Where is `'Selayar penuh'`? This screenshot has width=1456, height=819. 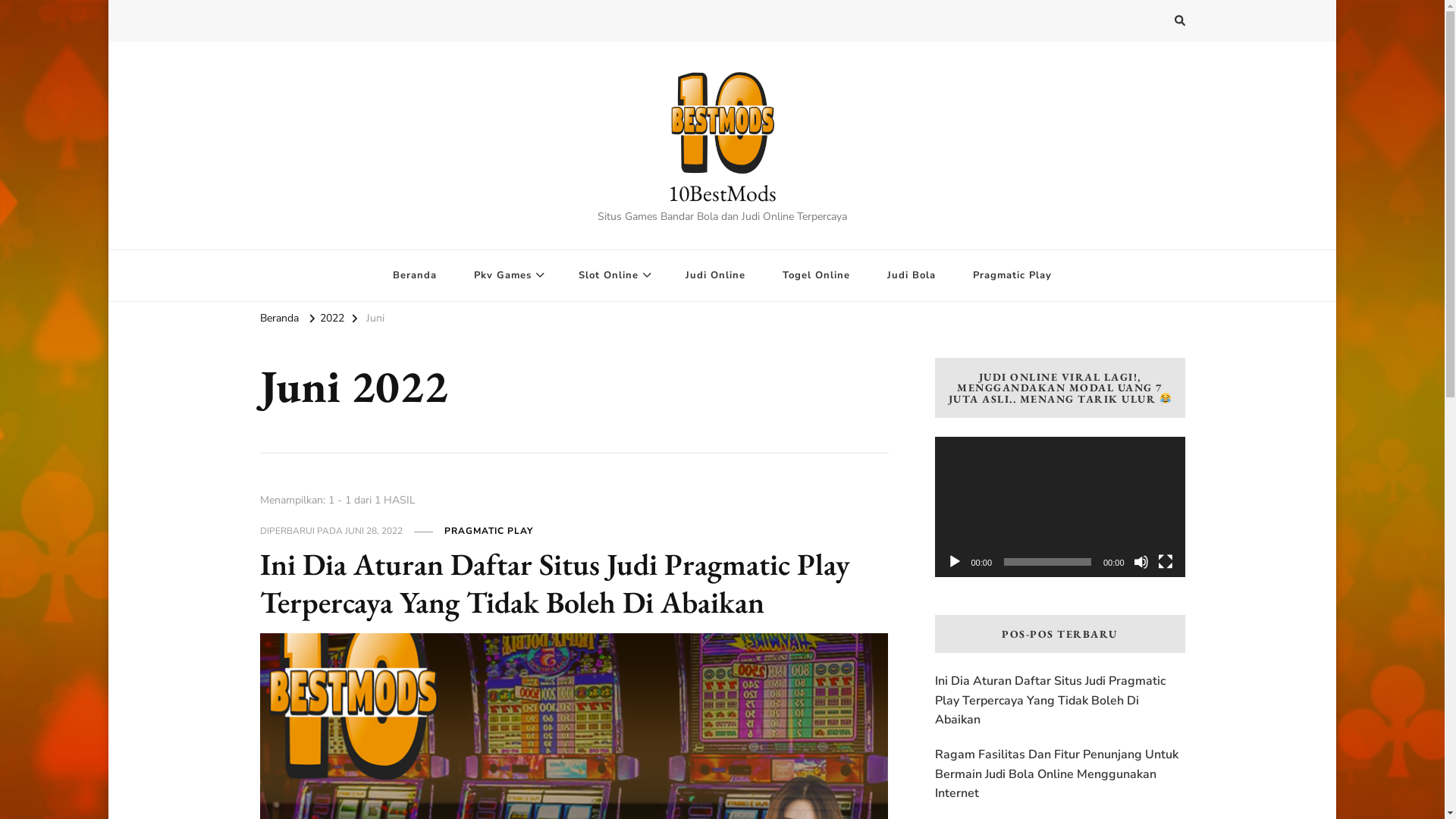 'Selayar penuh' is located at coordinates (1156, 561).